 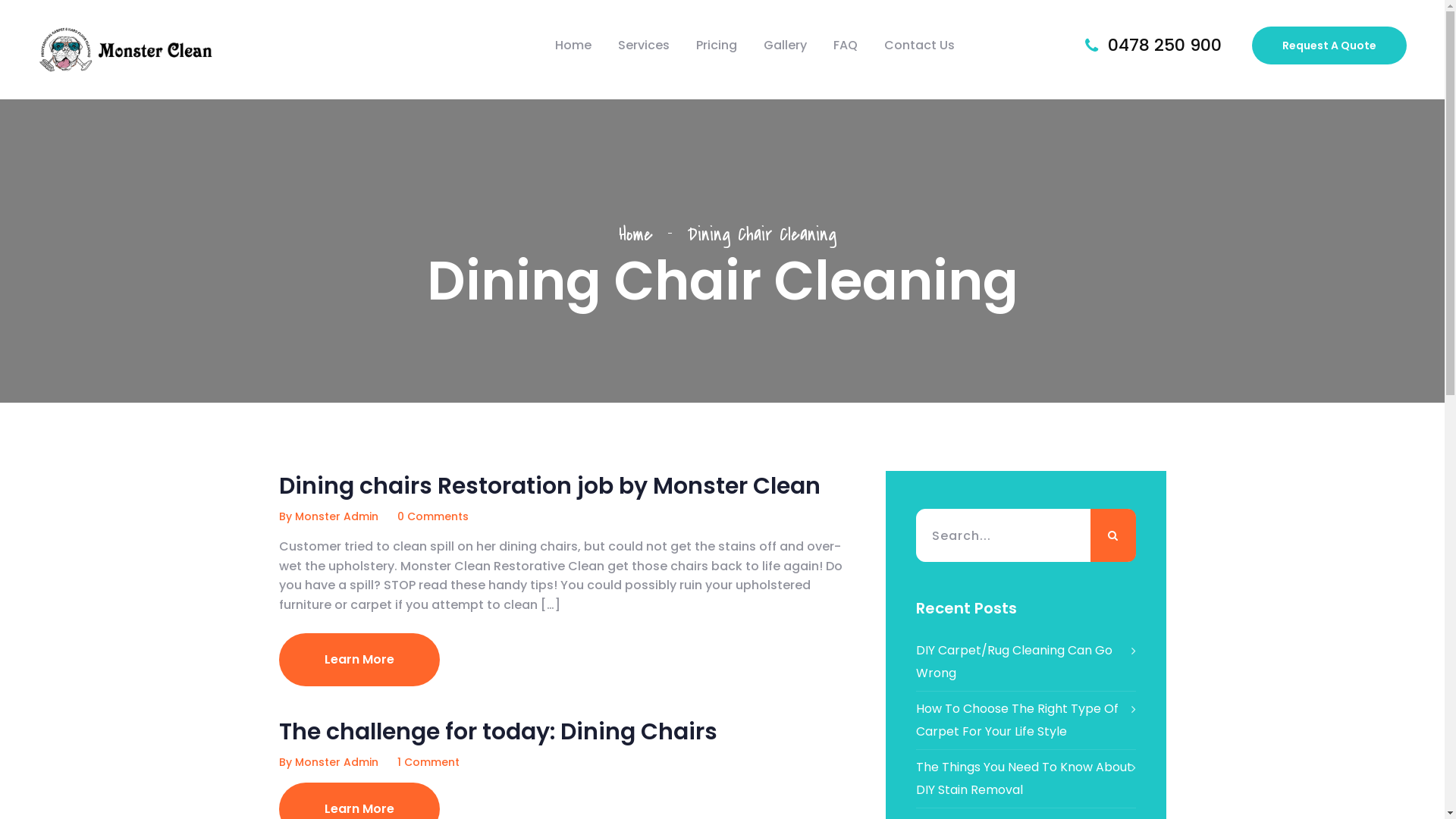 What do you see at coordinates (785, 45) in the screenshot?
I see `'Gallery'` at bounding box center [785, 45].